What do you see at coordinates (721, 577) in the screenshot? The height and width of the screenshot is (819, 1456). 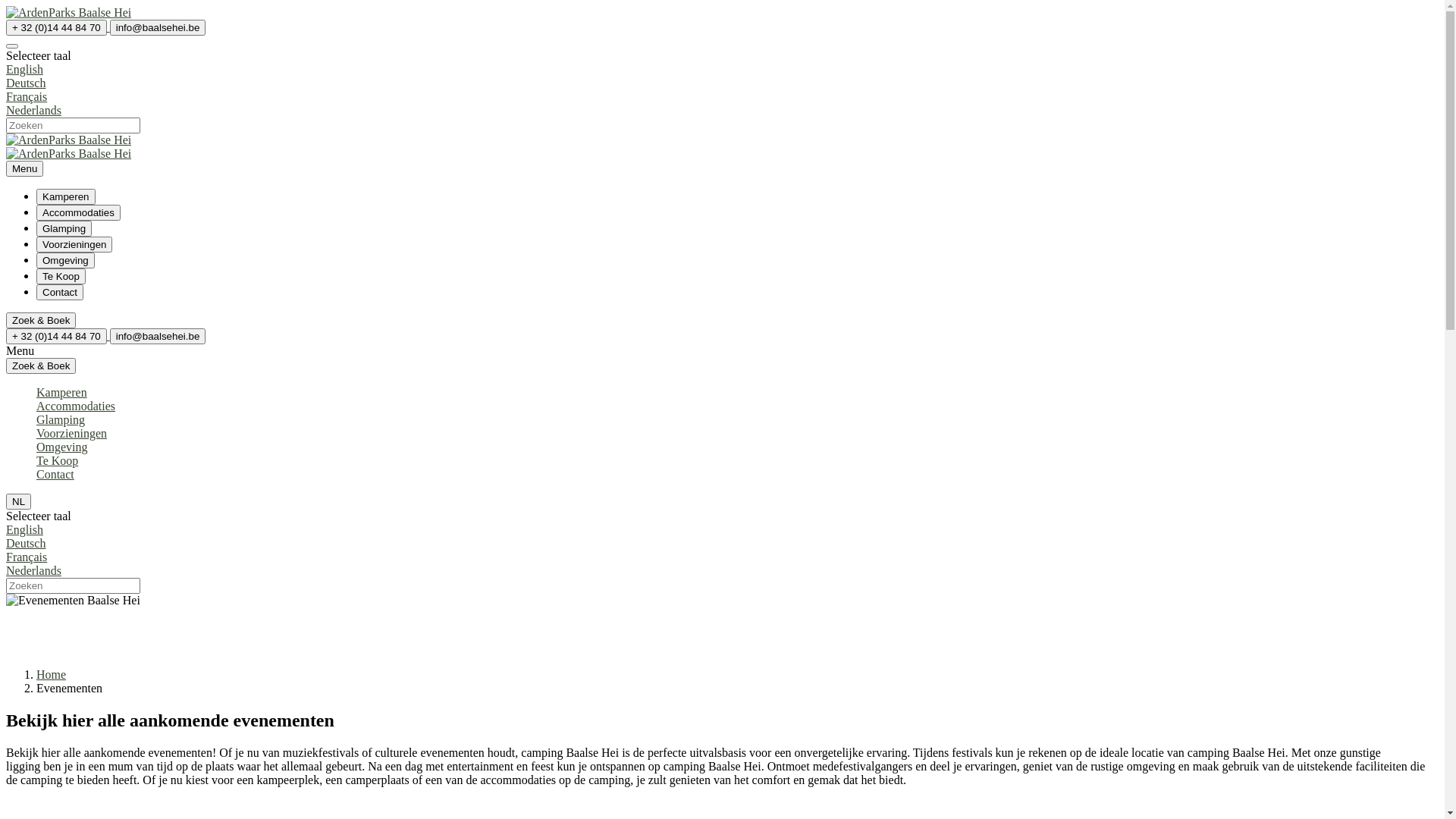 I see `'Nederlands'` at bounding box center [721, 577].